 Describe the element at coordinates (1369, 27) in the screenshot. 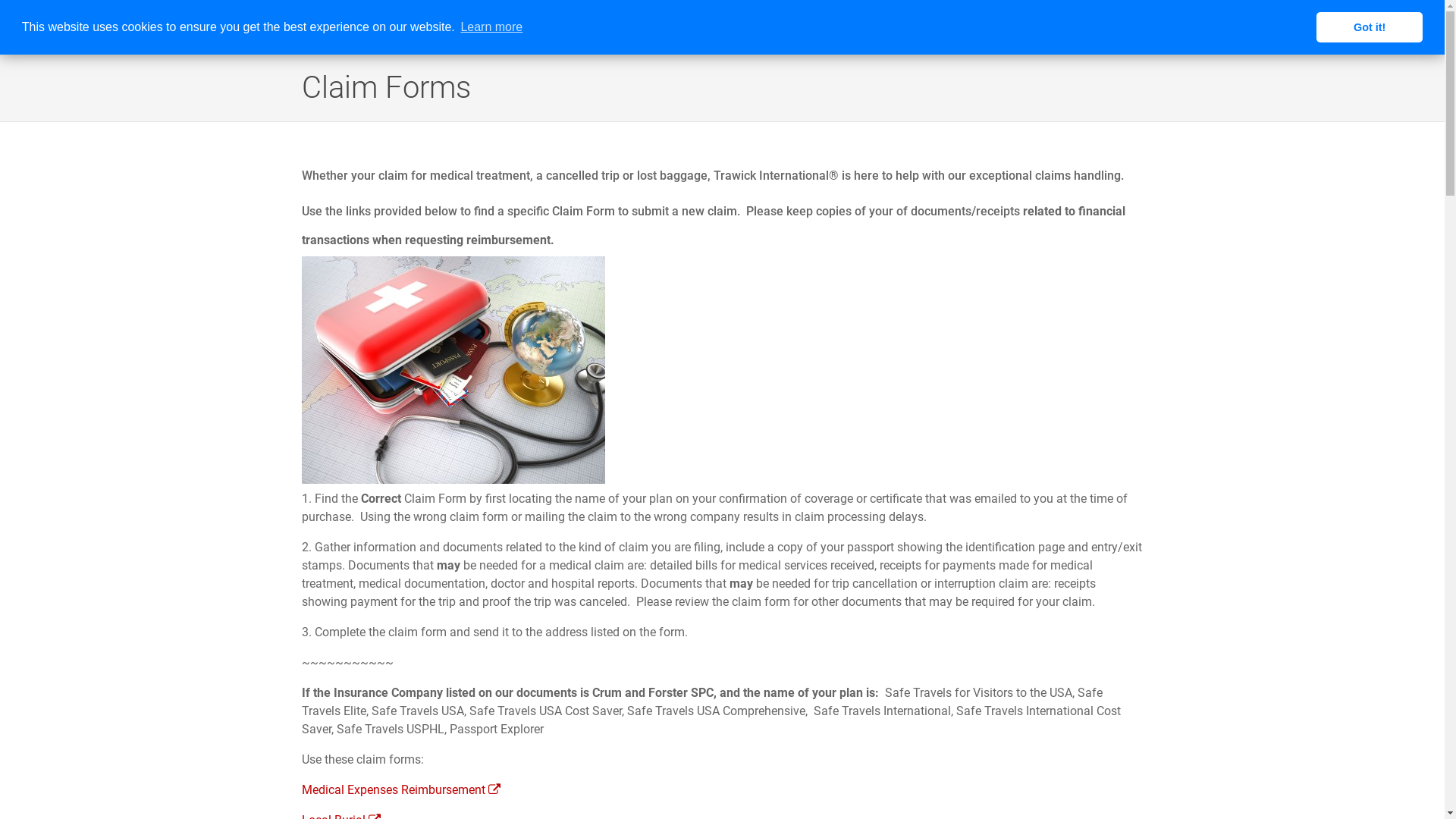

I see `'Got it!'` at that location.